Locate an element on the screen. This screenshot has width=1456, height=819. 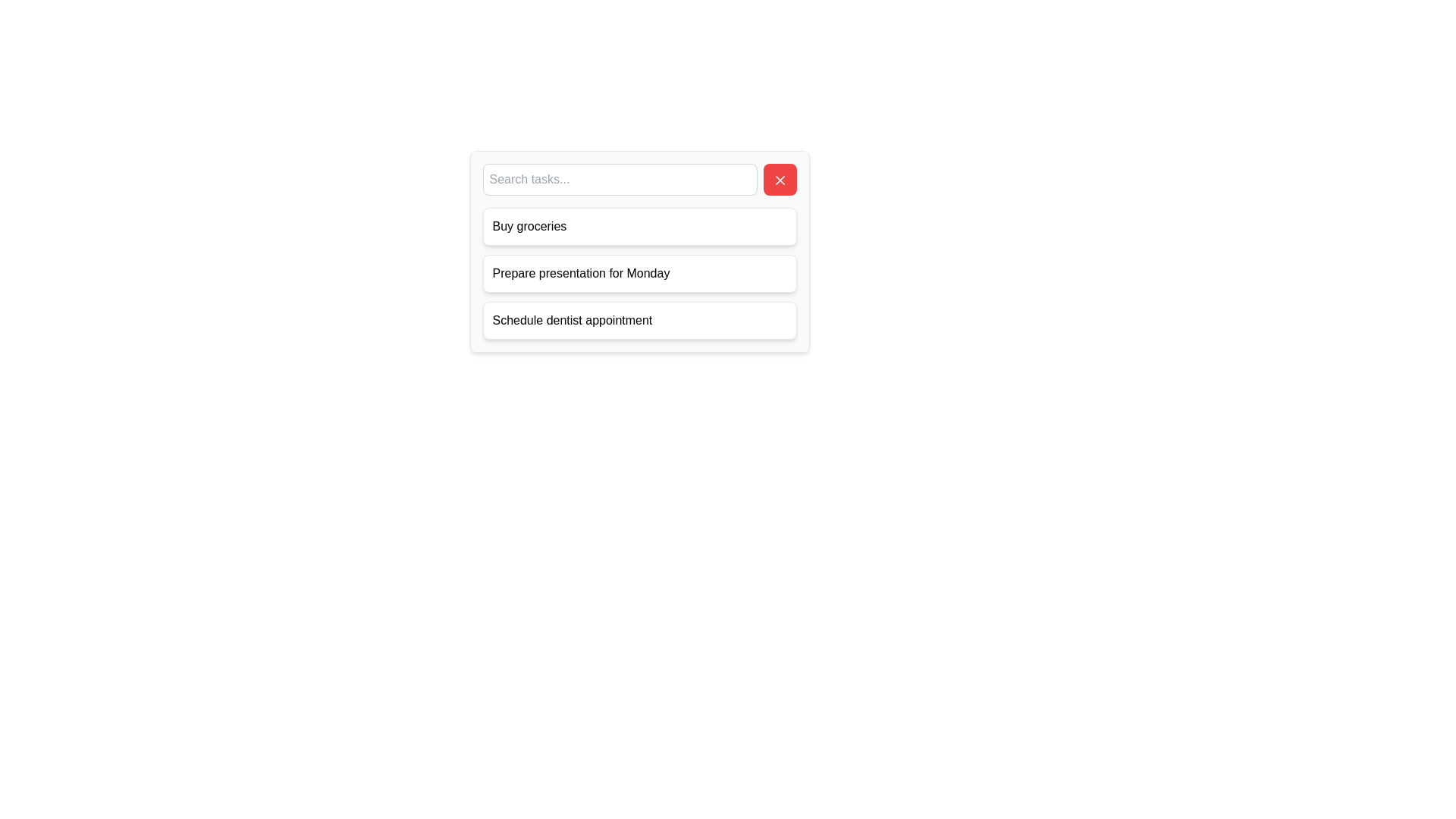
the non-interactive text label displaying 'Prepare presentation for Monday', which is styled in plain black text on a white background and located in the second row of a vertically stacked list is located at coordinates (580, 274).